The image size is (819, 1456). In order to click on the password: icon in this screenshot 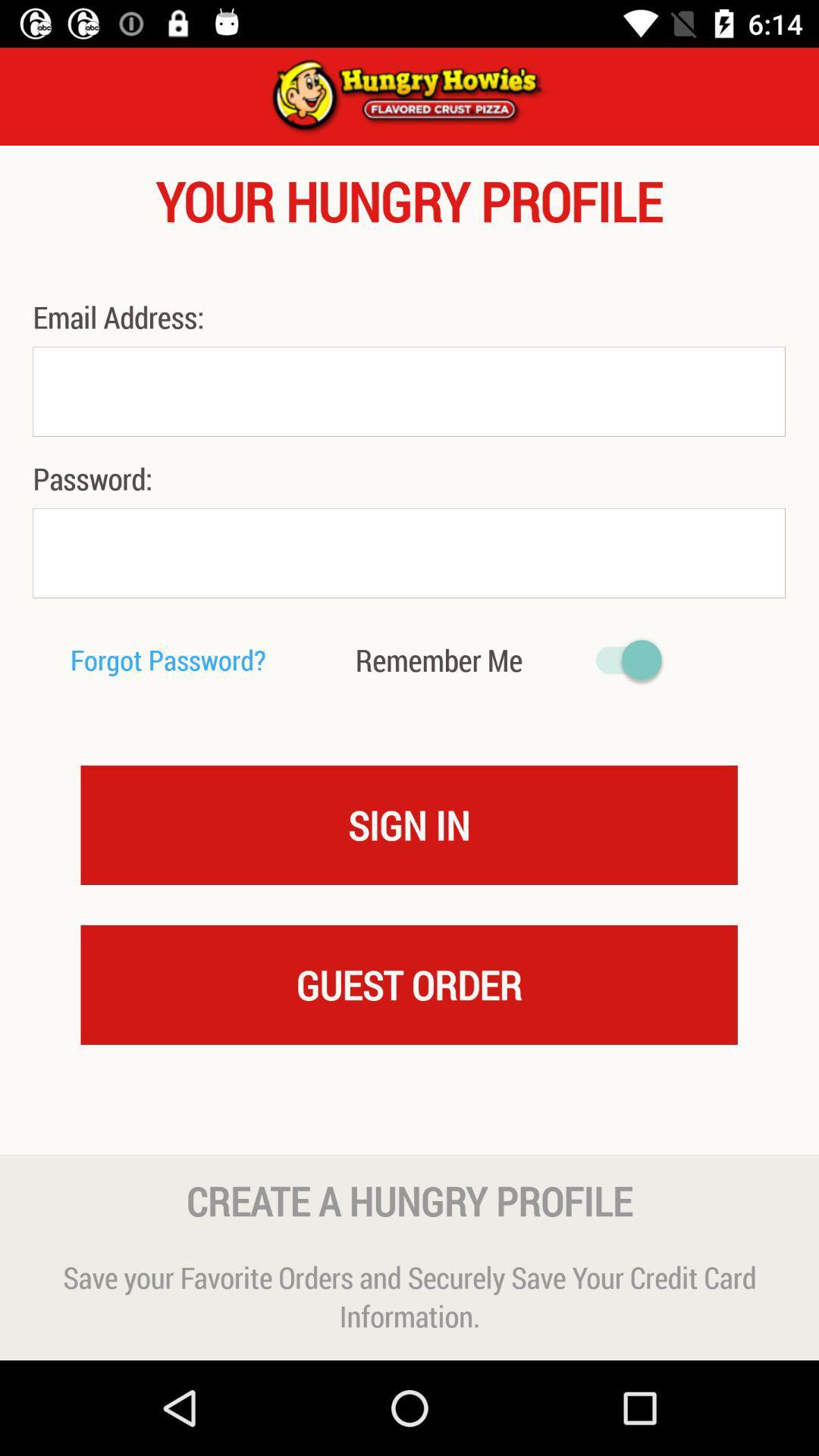, I will do `click(121, 478)`.